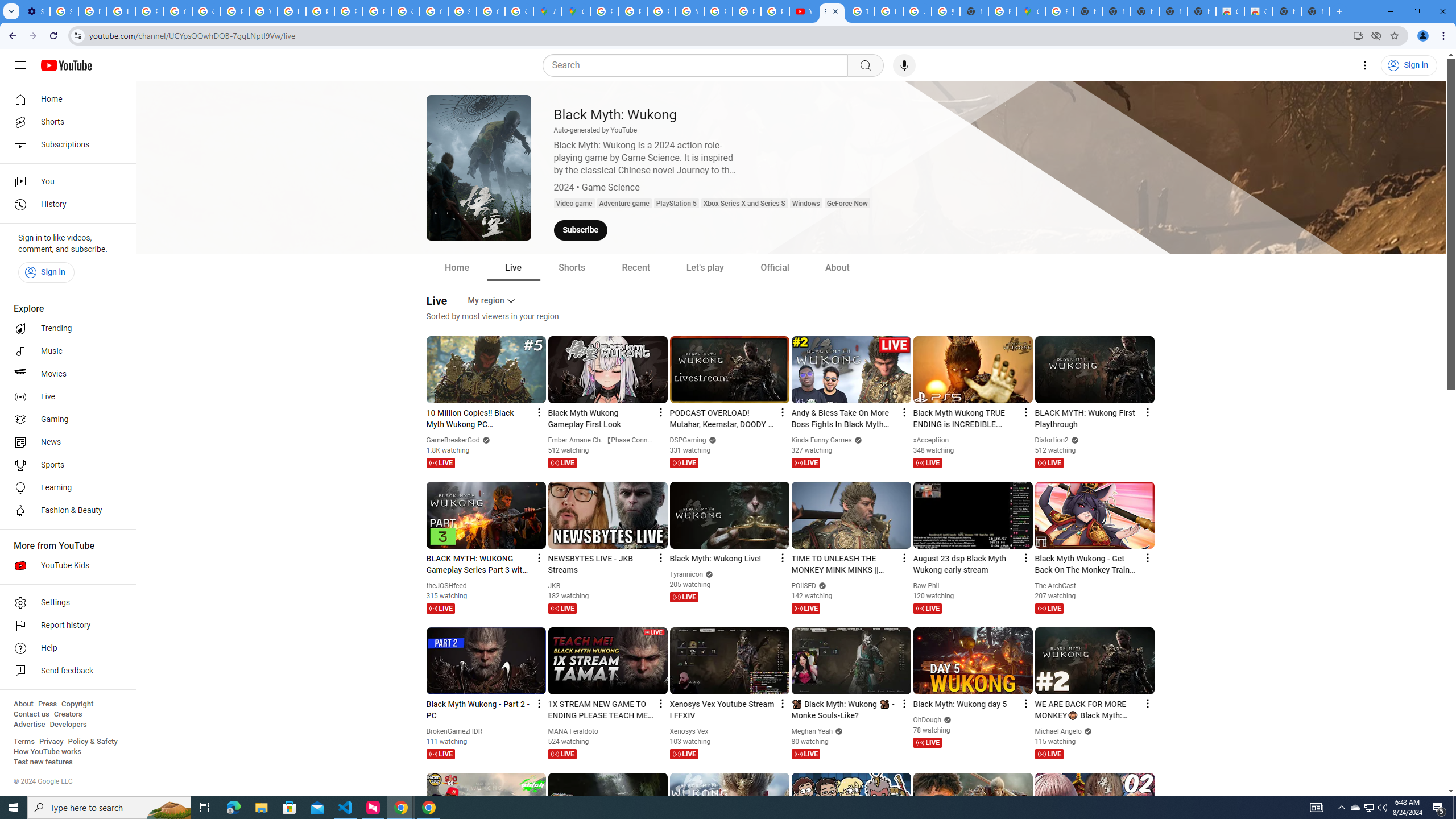 This screenshot has width=1456, height=819. I want to click on 'Music', so click(64, 350).